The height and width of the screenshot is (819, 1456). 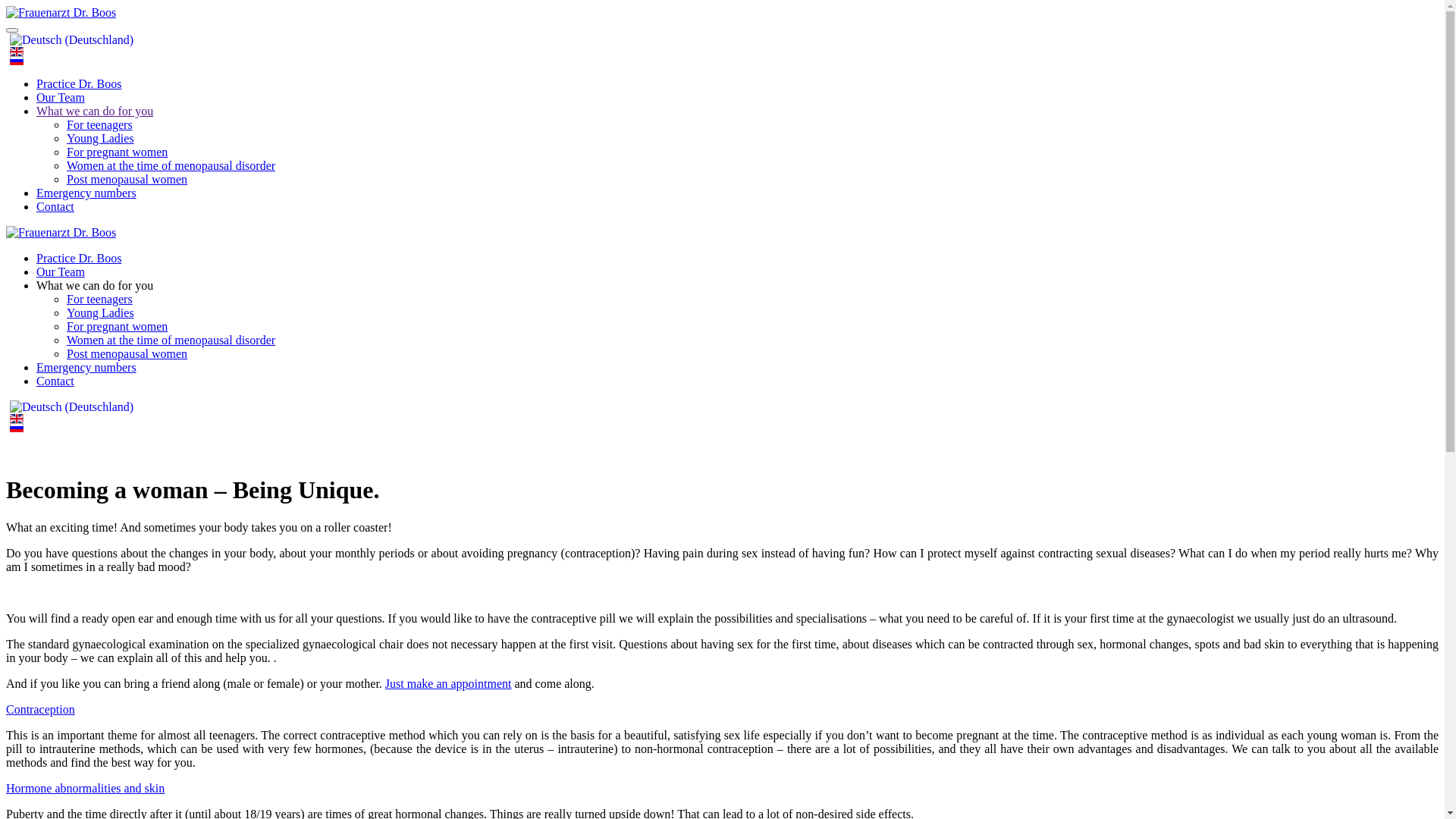 What do you see at coordinates (116, 325) in the screenshot?
I see `'For pregnant women'` at bounding box center [116, 325].